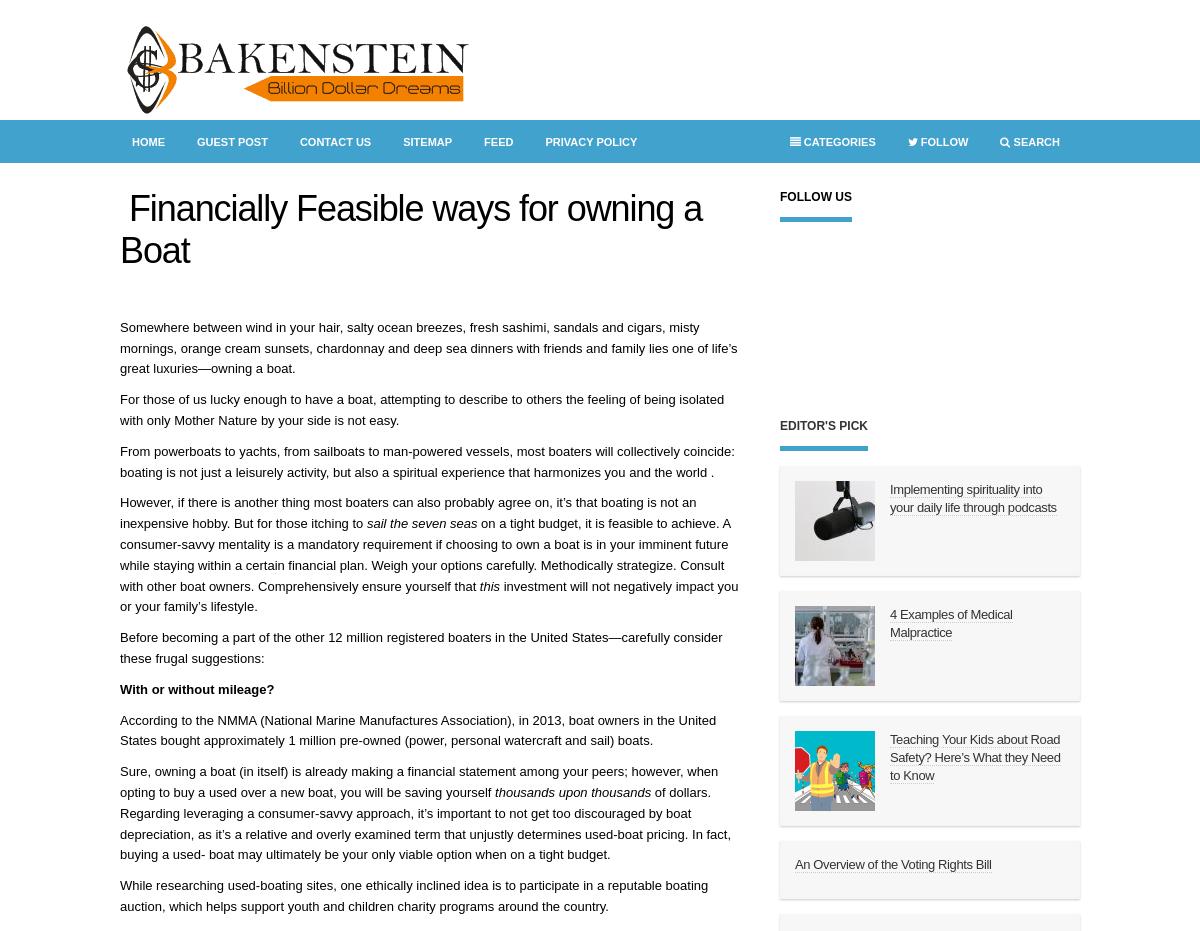 This screenshot has height=931, width=1200. I want to click on 'Teaching Your Kids about Road Safety? Here’s What they Need to Know', so click(889, 757).